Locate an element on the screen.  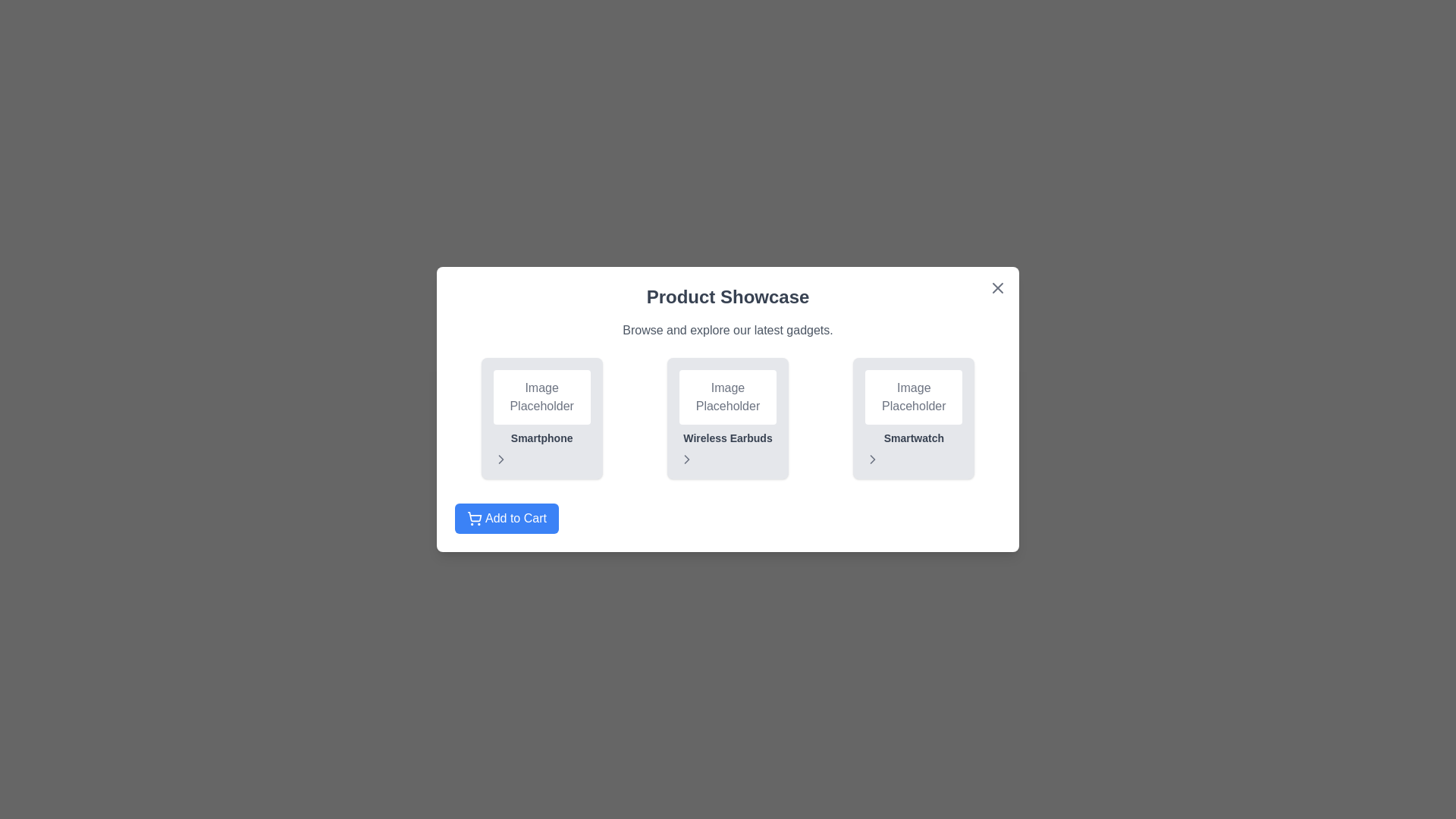
the right-facing gray arrow icon within the 'Wireless Earbuds' card is located at coordinates (728, 458).